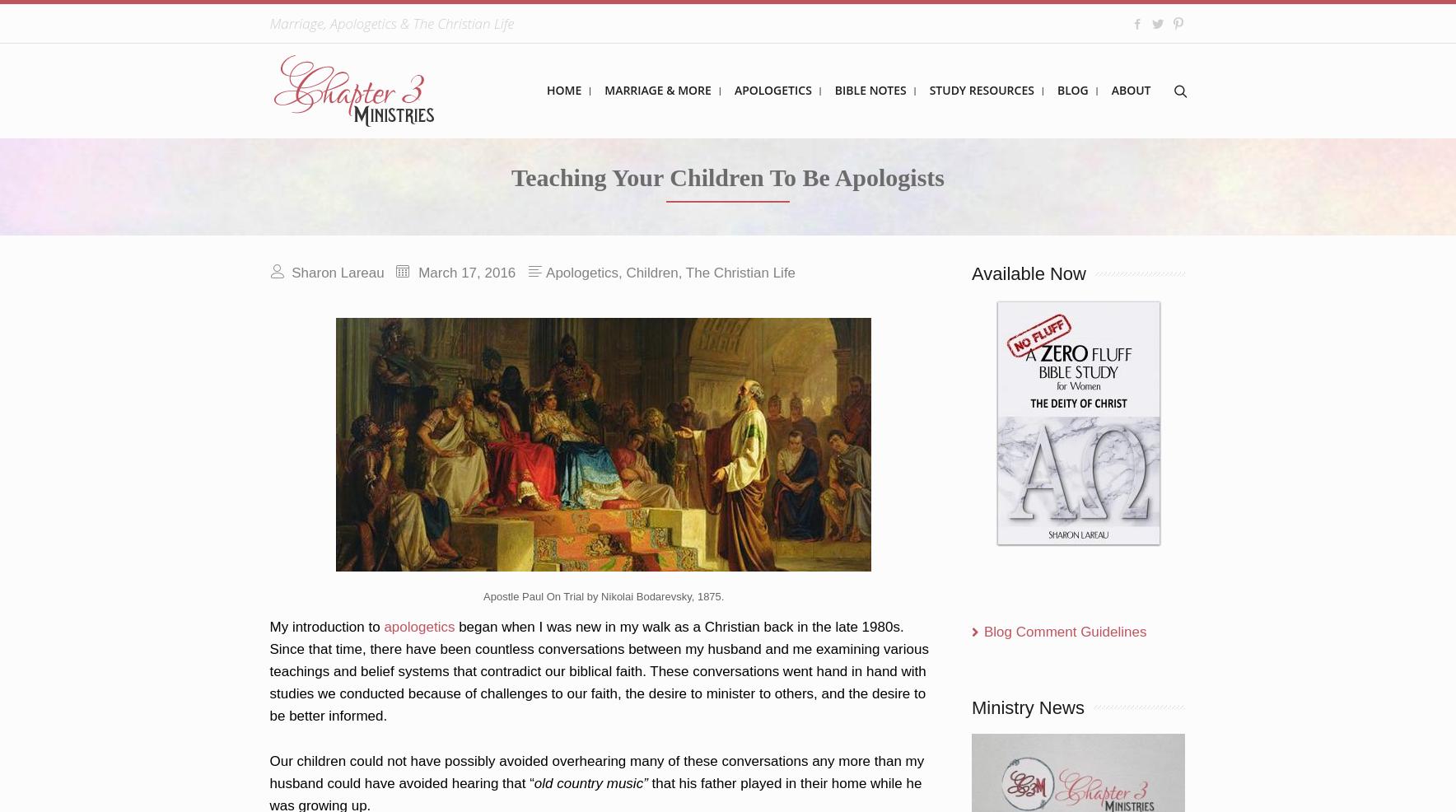 This screenshot has height=812, width=1456. What do you see at coordinates (269, 671) in the screenshot?
I see `'began when I was new in my walk as a Christian back in the late 1980s. Since that time, there have been countless conversations between my husband and me examining various teachings and belief systems that contradict our biblical faith. These conversations went hand in hand with studies we conducted because of challenges to our faith, the desire to minister to others, and the desire to be better informed.'` at bounding box center [269, 671].